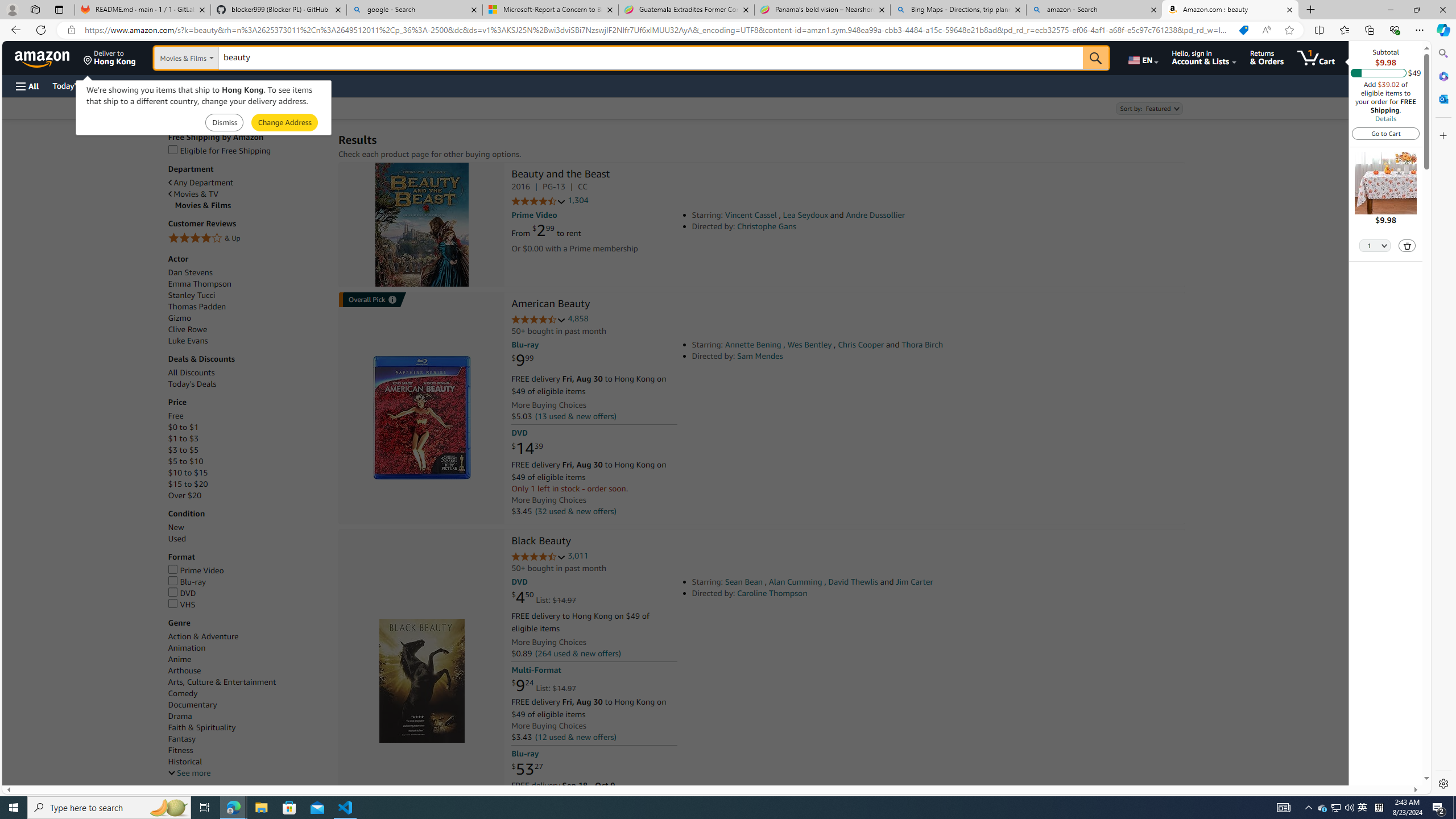  What do you see at coordinates (543, 686) in the screenshot?
I see `'$9.24 List: $14.97'` at bounding box center [543, 686].